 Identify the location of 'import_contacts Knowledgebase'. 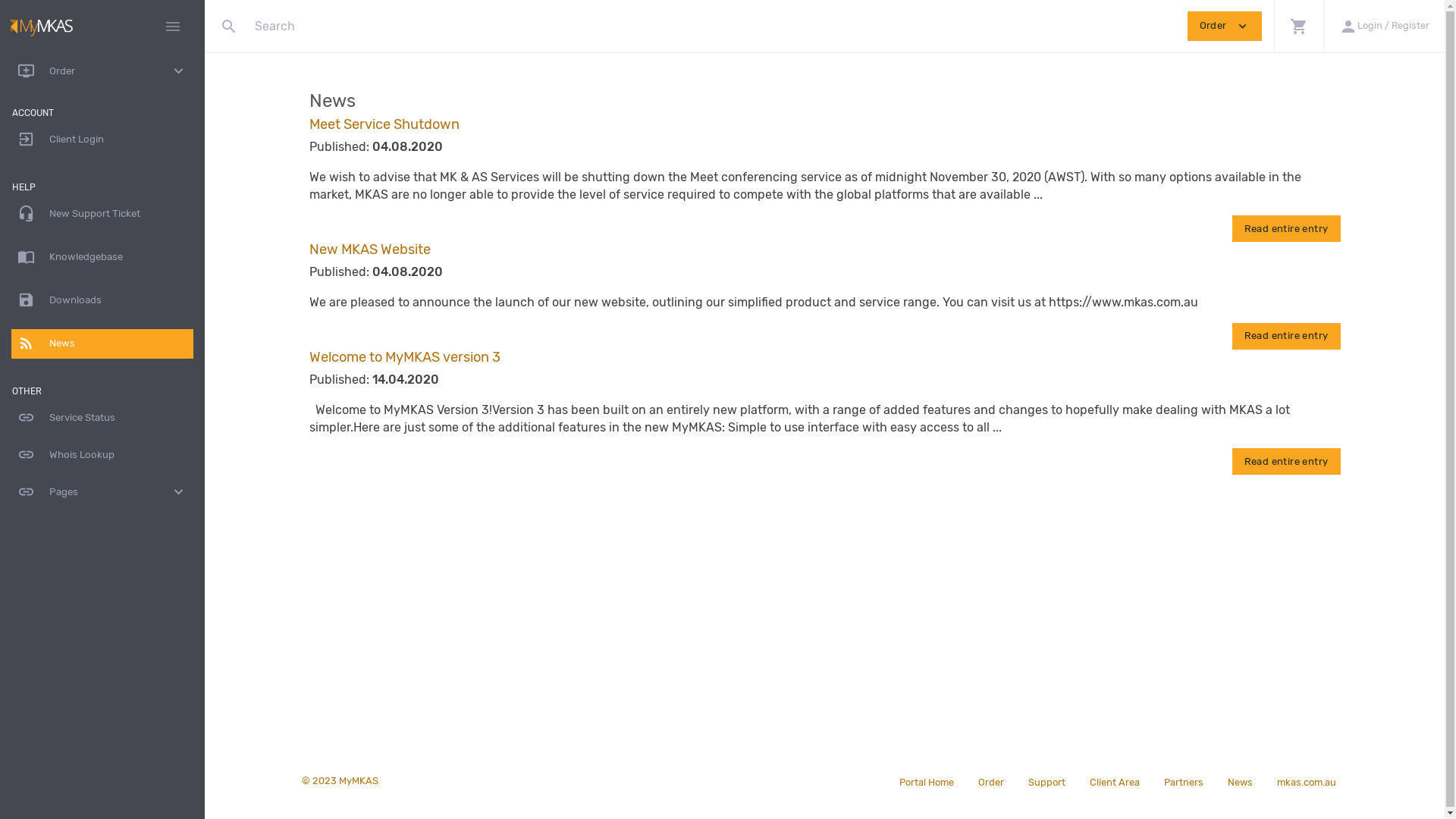
(101, 256).